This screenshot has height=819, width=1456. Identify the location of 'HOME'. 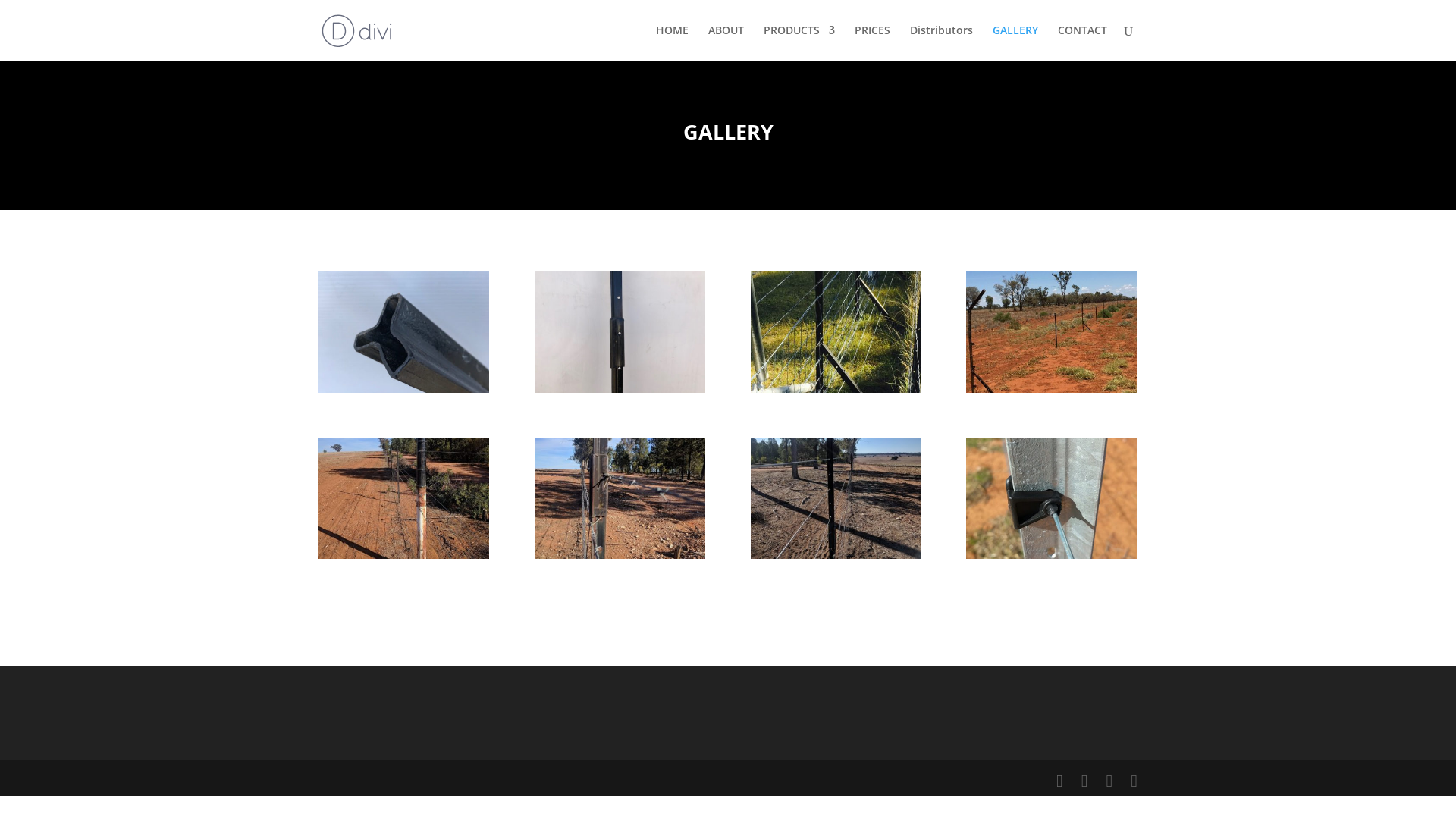
(671, 42).